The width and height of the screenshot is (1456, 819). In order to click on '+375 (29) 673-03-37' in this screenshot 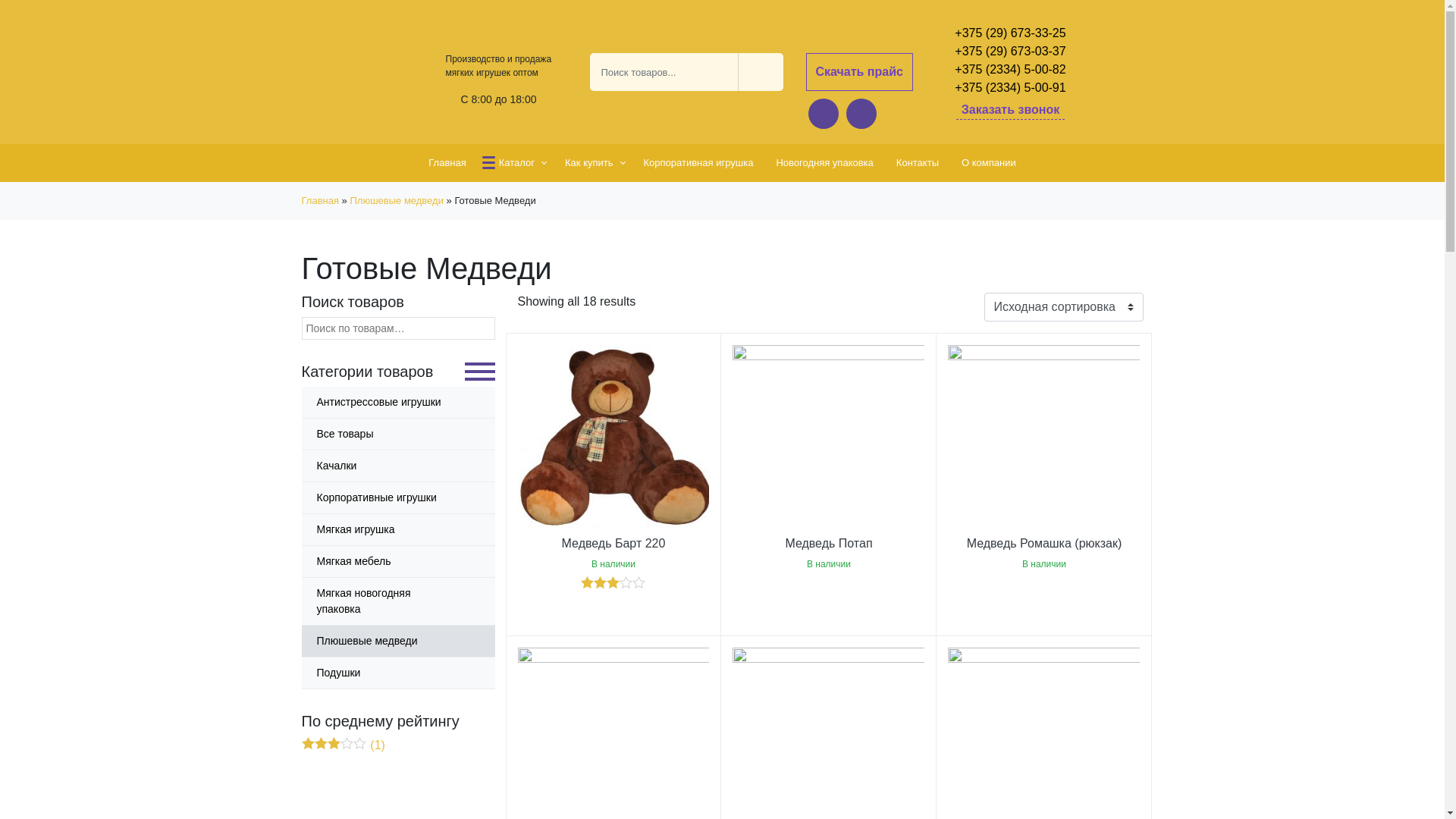, I will do `click(1010, 51)`.